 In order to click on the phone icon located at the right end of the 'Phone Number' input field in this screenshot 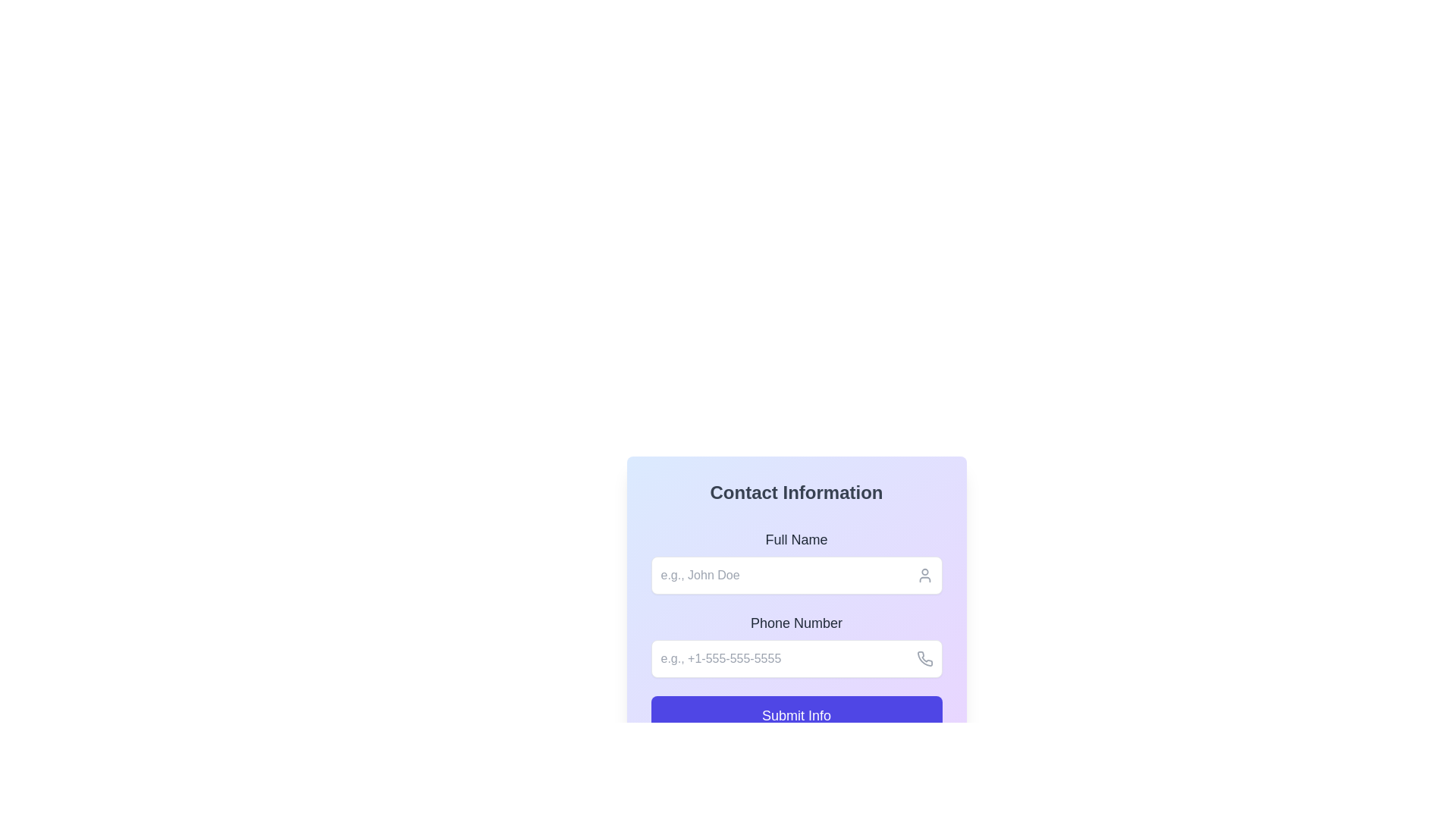, I will do `click(924, 657)`.